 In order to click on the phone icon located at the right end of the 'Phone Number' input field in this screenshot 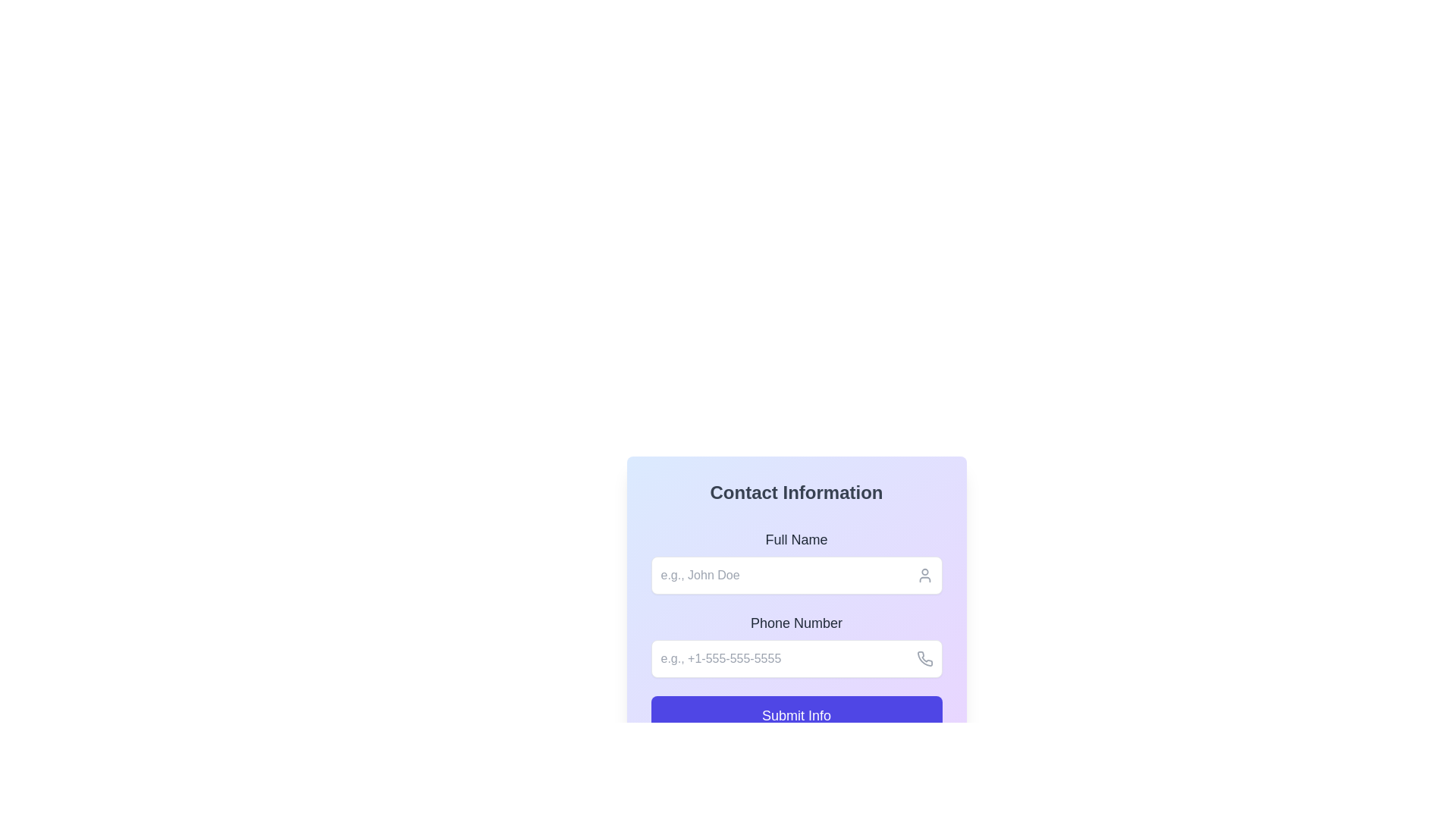, I will do `click(924, 657)`.